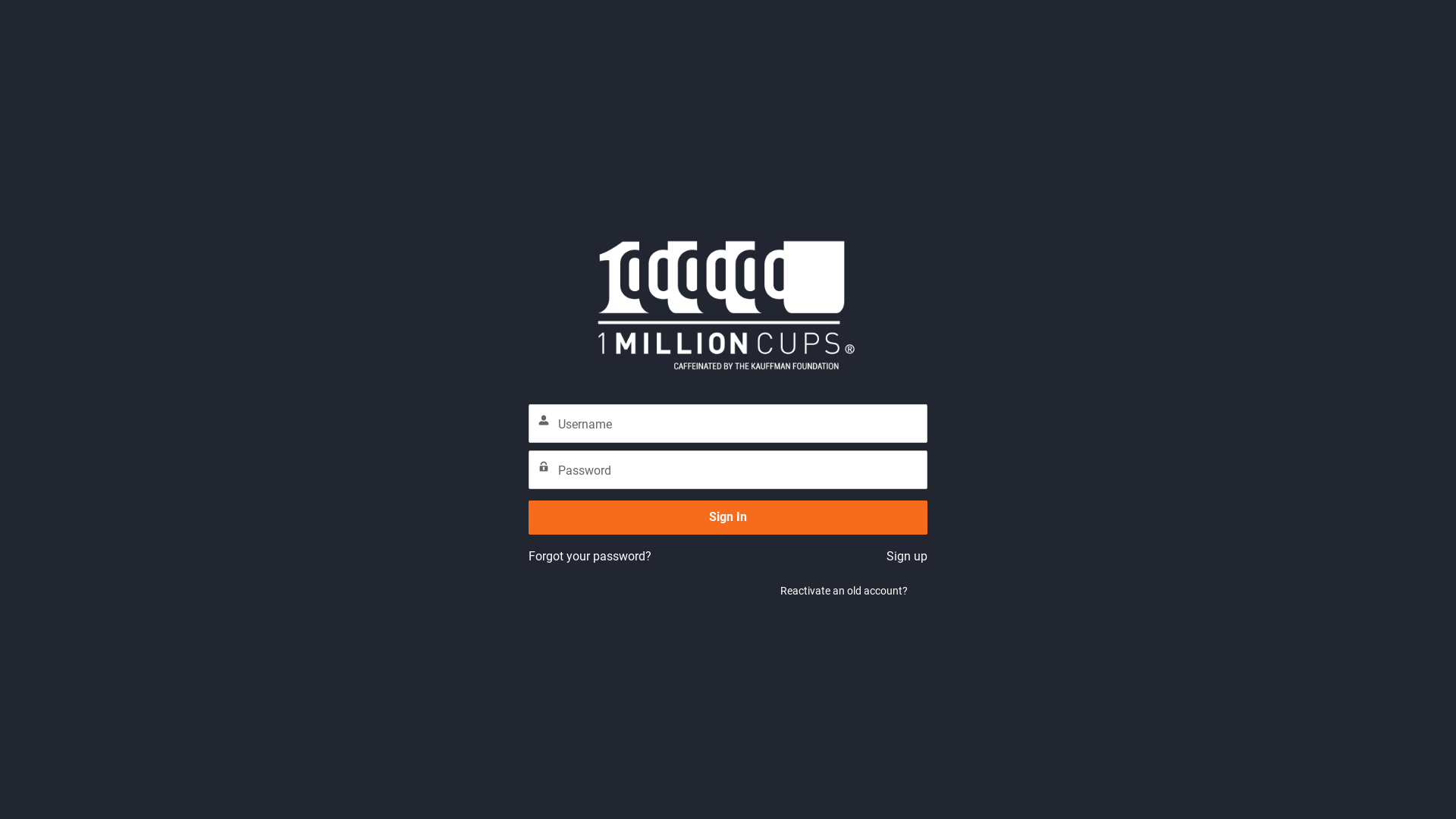 The width and height of the screenshot is (1456, 819). What do you see at coordinates (728, 516) in the screenshot?
I see `'Sign In'` at bounding box center [728, 516].